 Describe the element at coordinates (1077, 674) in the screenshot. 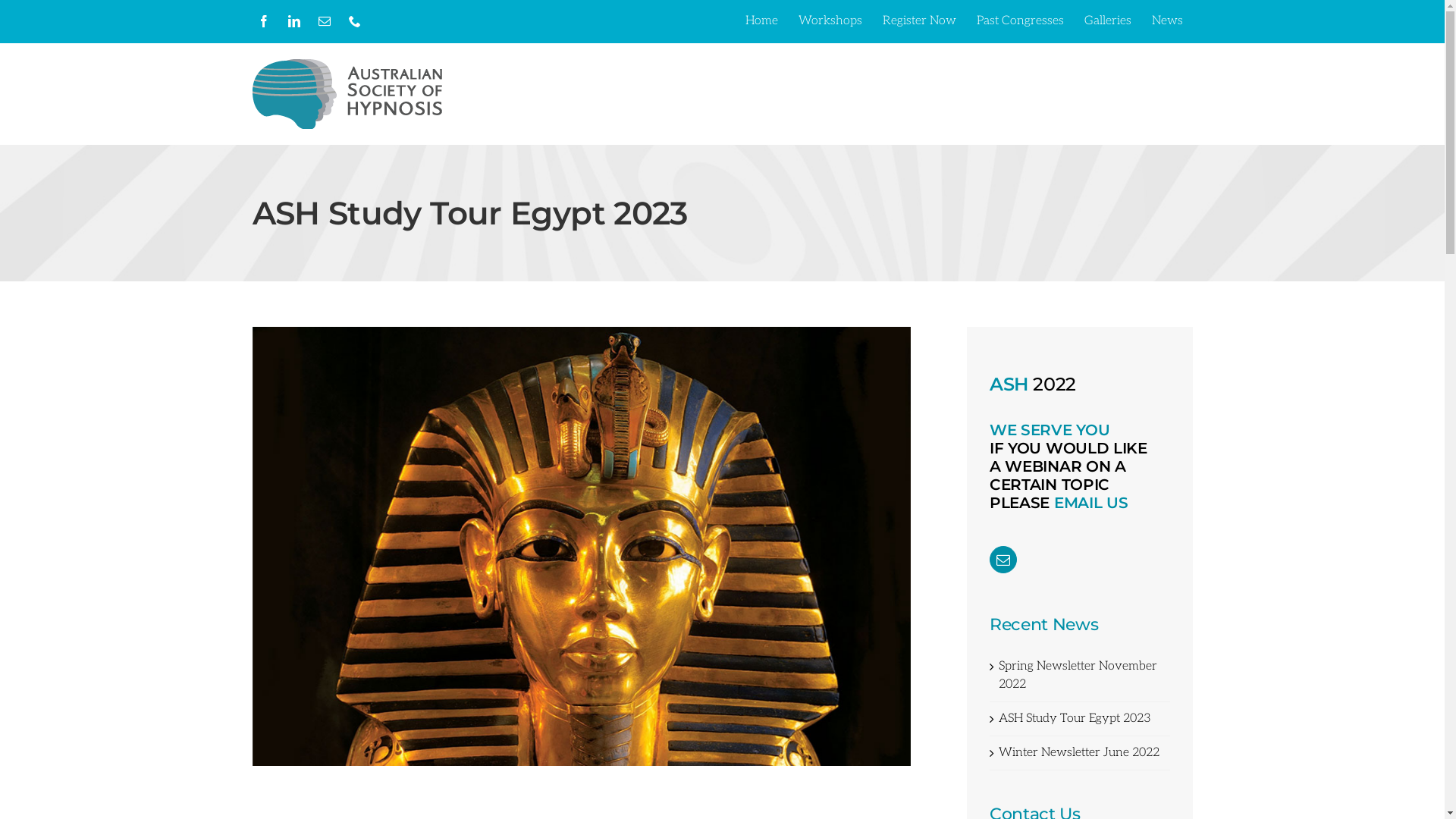

I see `'Spring Newsletter November 2022'` at that location.